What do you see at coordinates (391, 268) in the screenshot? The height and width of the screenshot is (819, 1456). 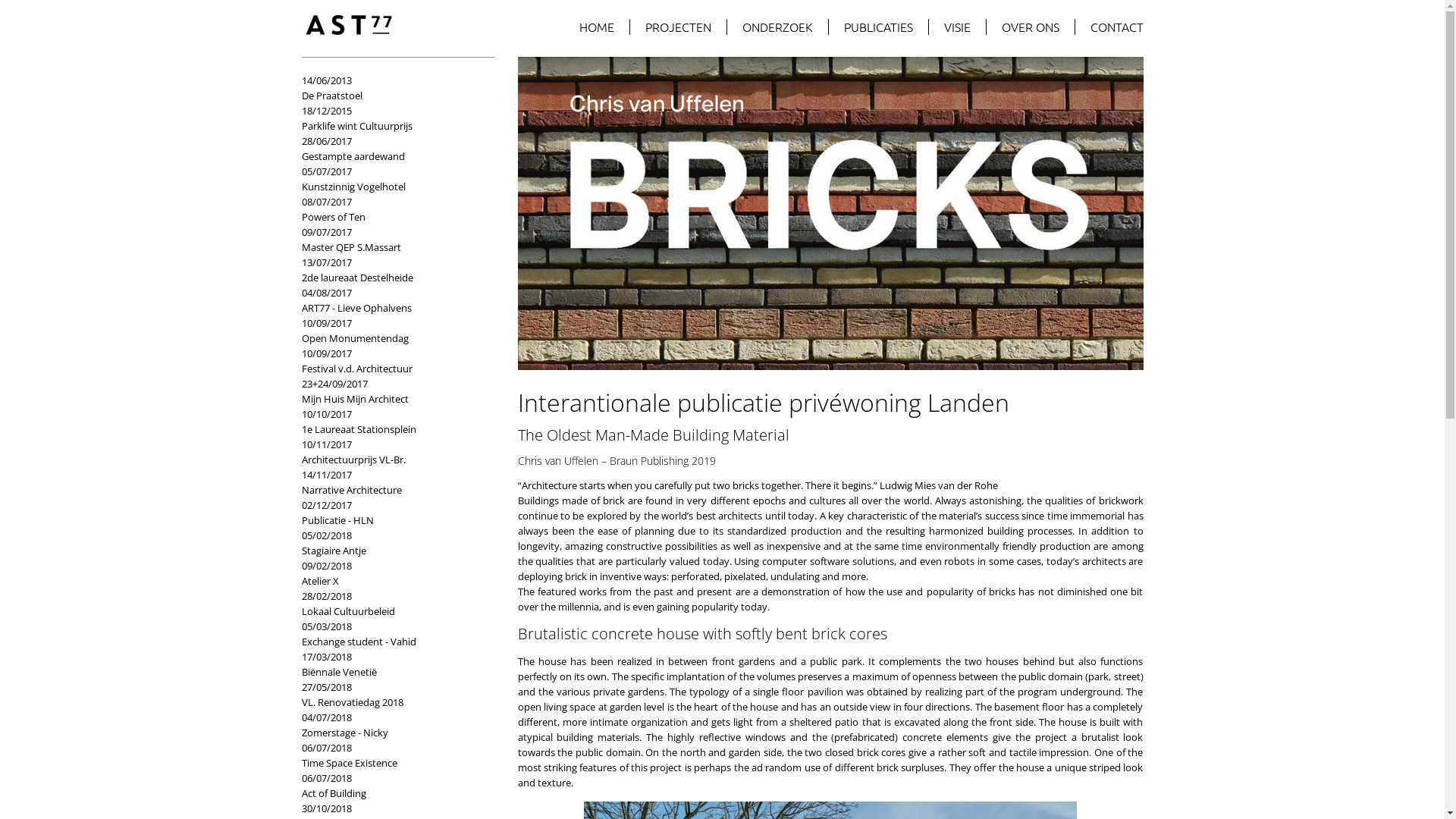 I see `'13/07/2017` at bounding box center [391, 268].